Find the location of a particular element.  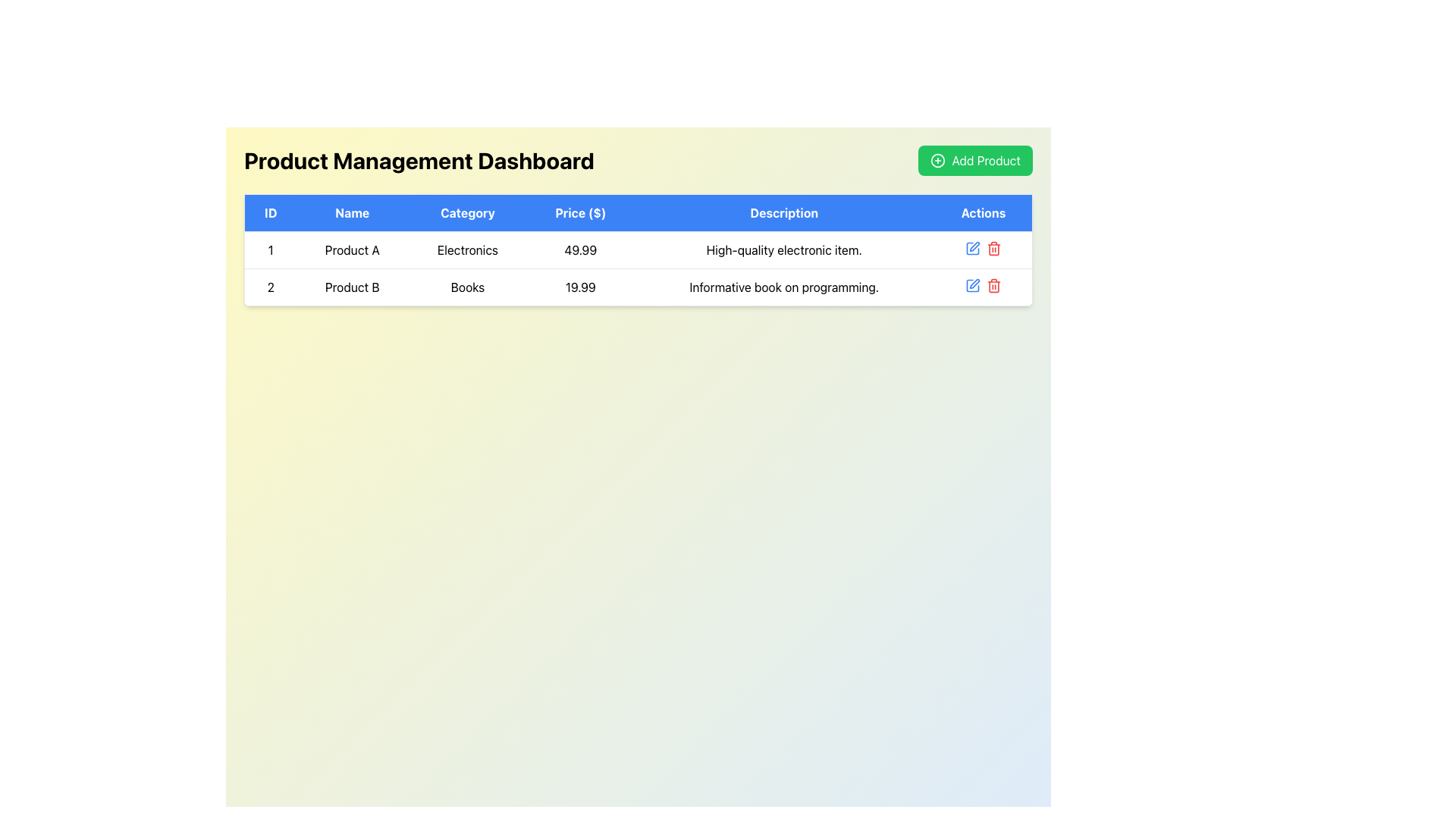

text content of the table cell in the 'Category' column of the first row, which indicates the product belongs to the 'Electronics' category is located at coordinates (467, 249).